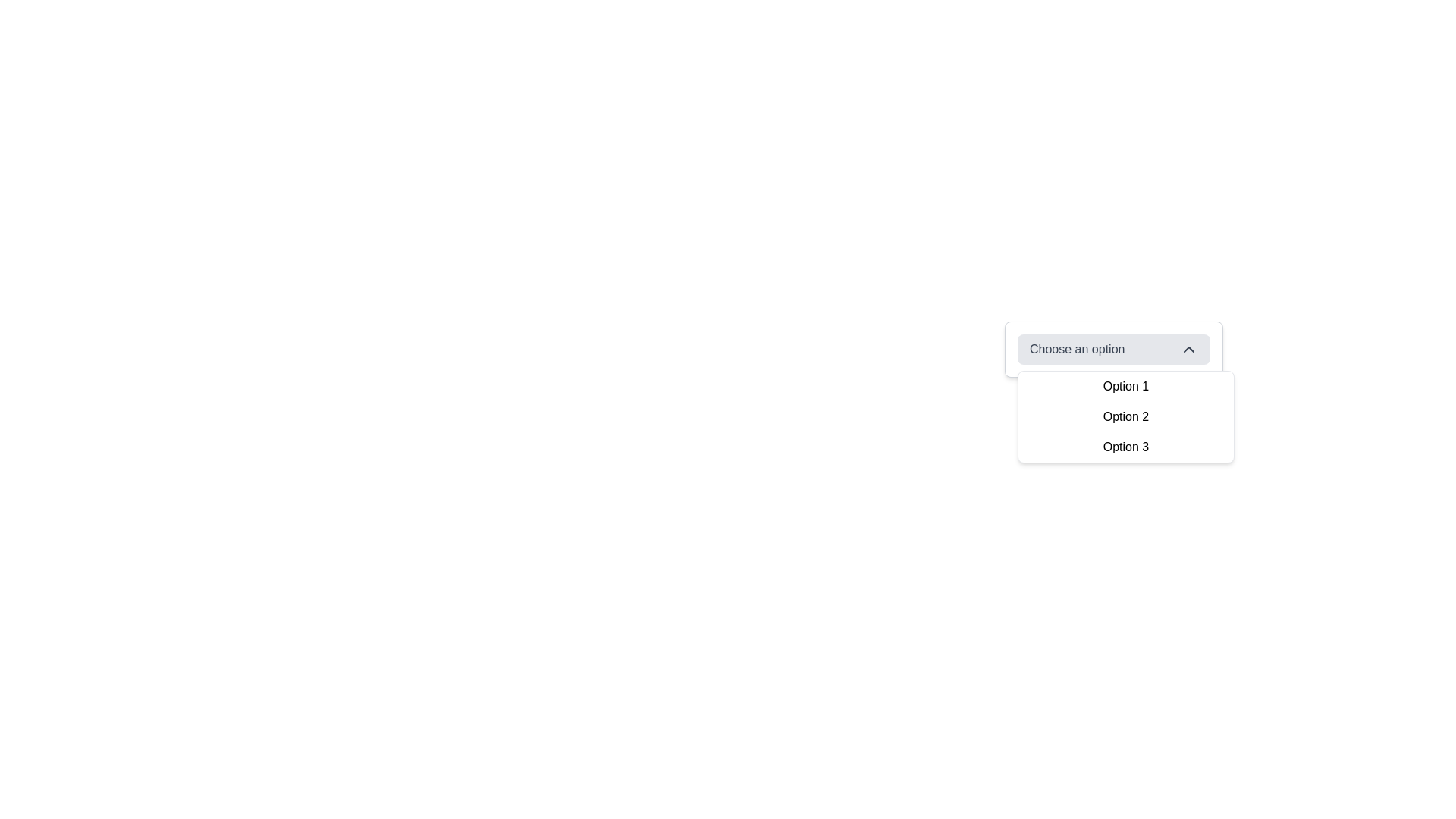 The height and width of the screenshot is (819, 1456). I want to click on the second option in the dropdown menu that updates the selection to 'Option 2', so click(1125, 417).